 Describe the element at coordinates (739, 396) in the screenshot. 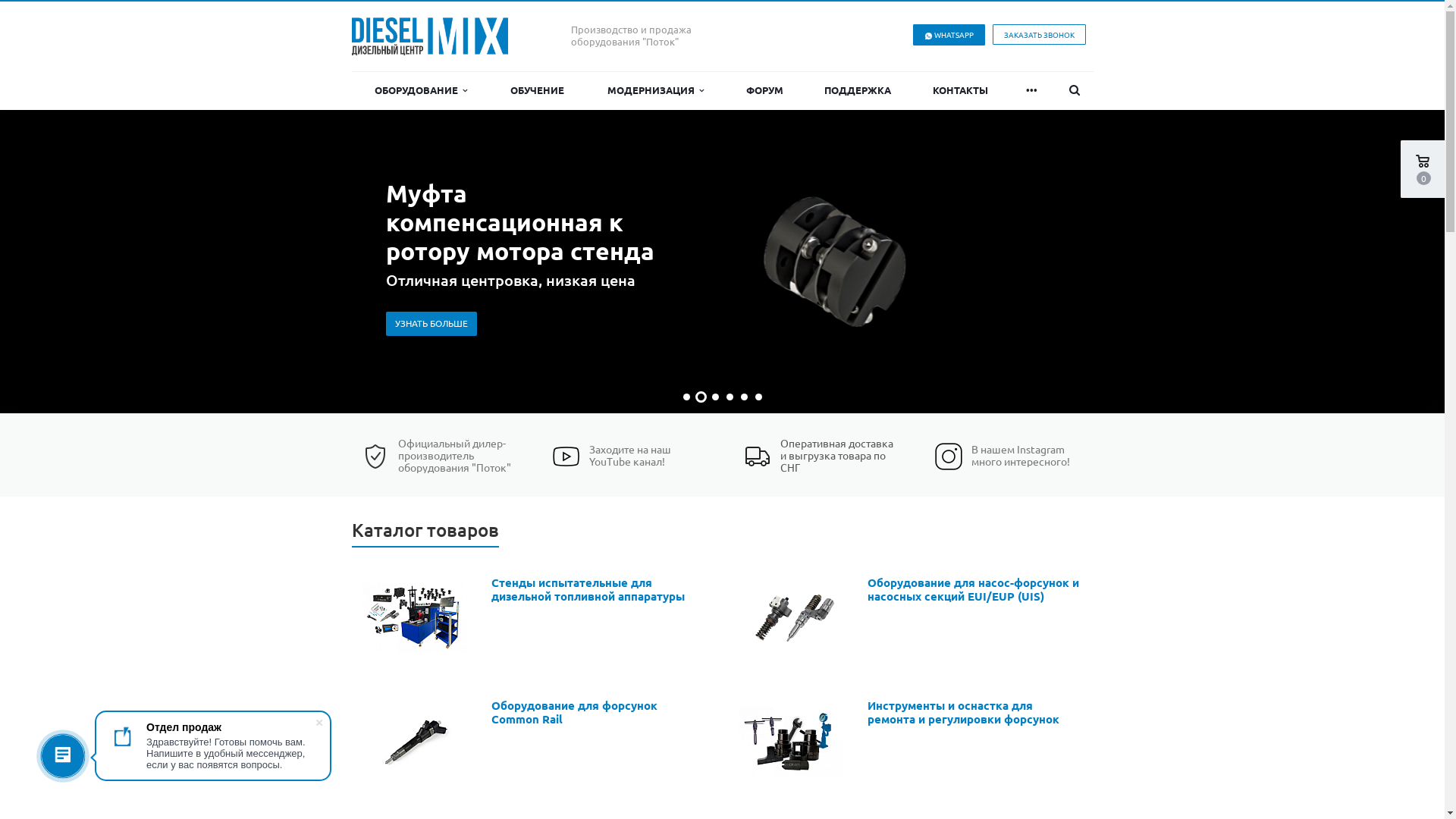

I see `'5'` at that location.